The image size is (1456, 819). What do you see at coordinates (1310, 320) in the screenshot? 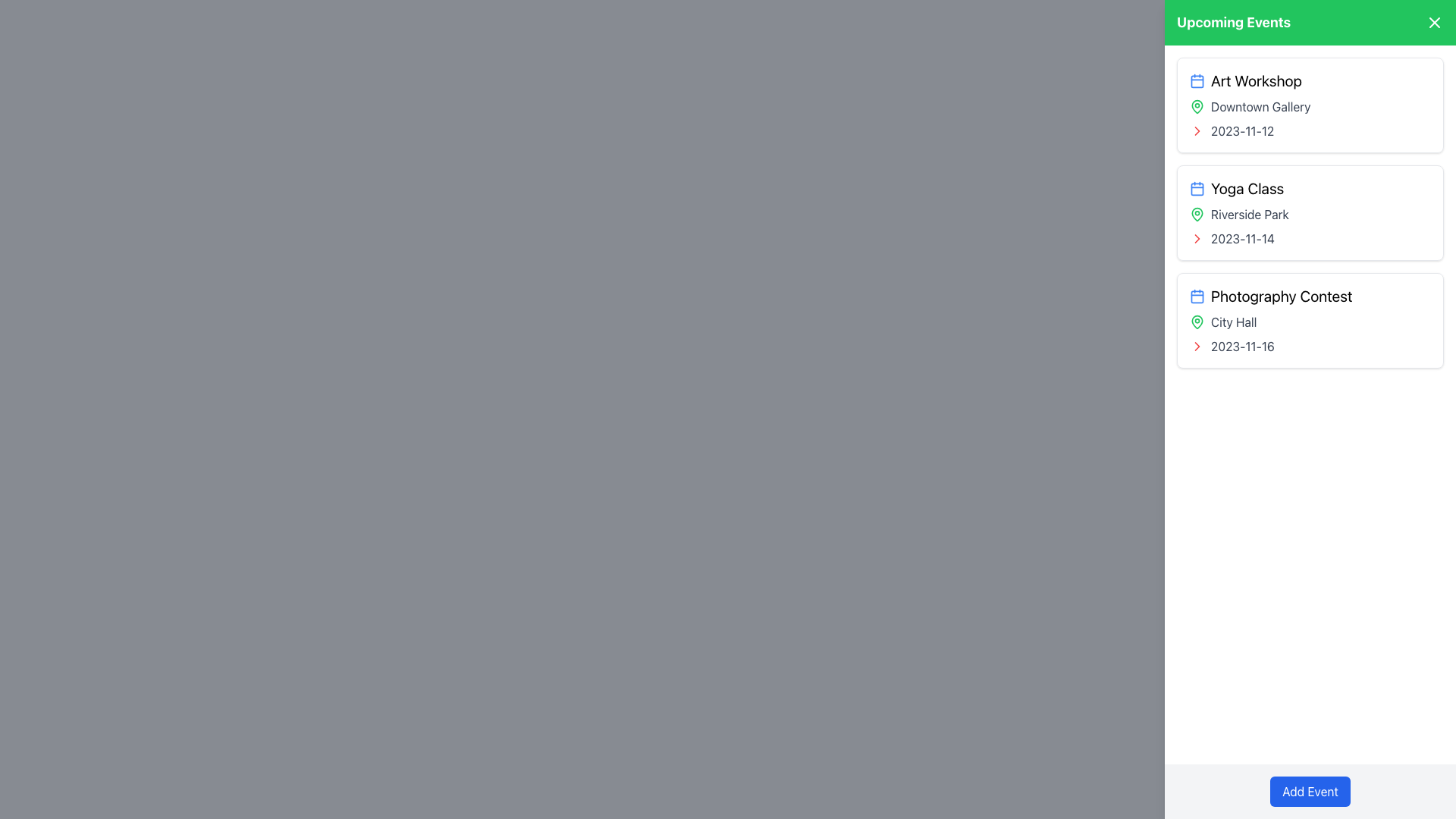
I see `the button for the 'Photography Contest' event summary located in the 'Upcoming Events' section, which is the third item in a vertical list` at bounding box center [1310, 320].